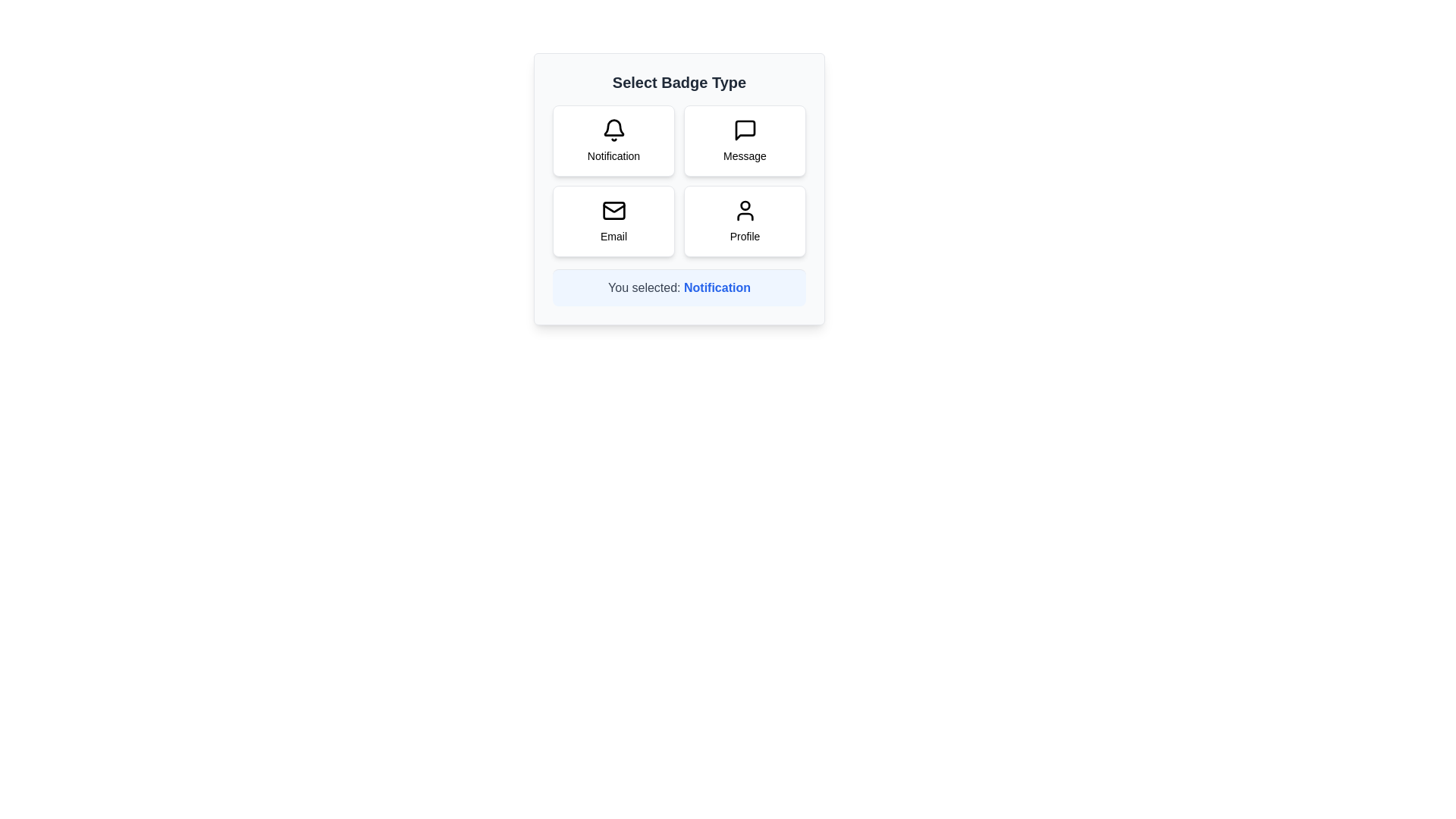  What do you see at coordinates (613, 140) in the screenshot?
I see `the badge button labeled Notification to select it` at bounding box center [613, 140].